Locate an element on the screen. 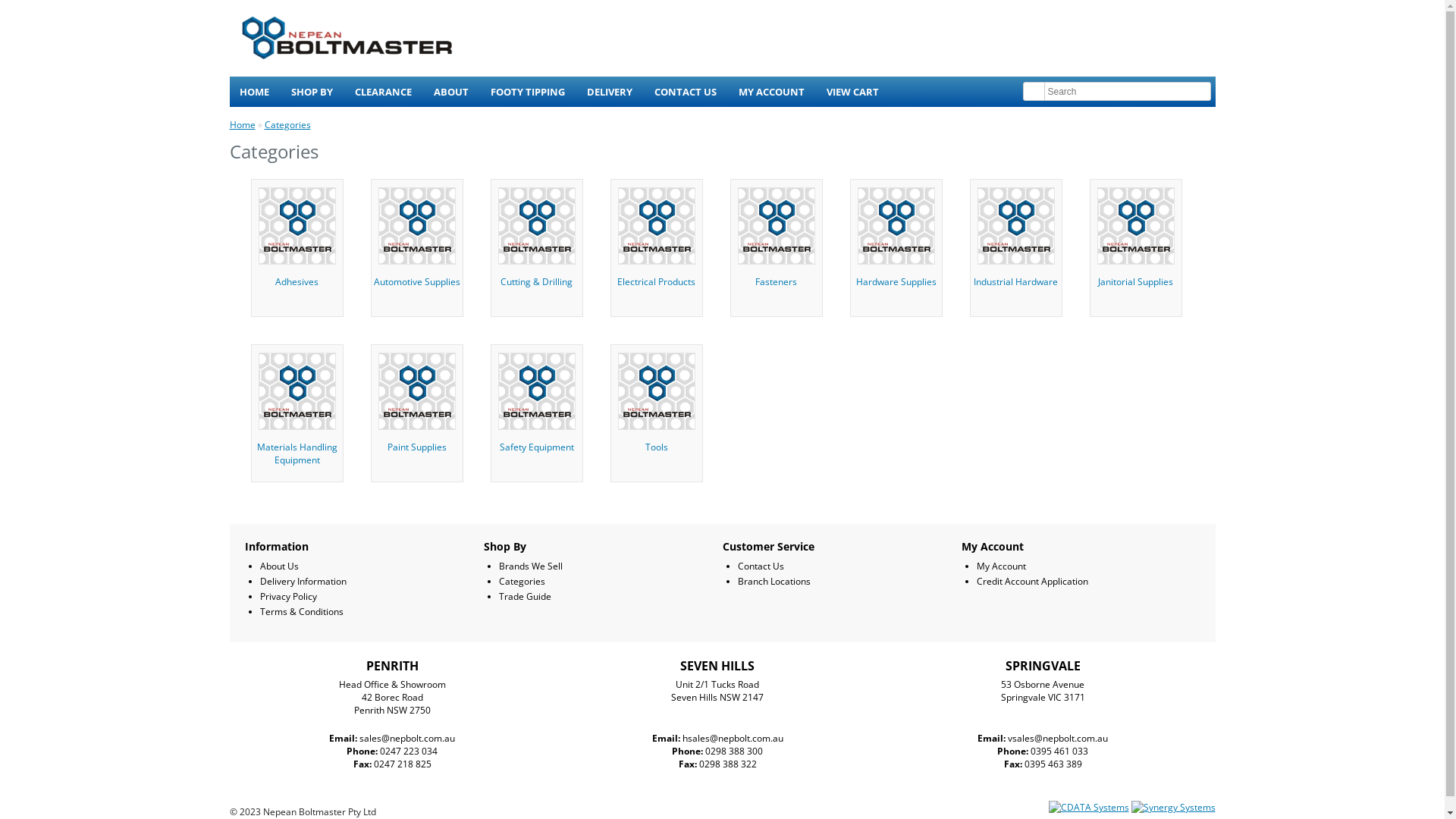 This screenshot has width=1456, height=819. 'DELIVERY' is located at coordinates (608, 91).